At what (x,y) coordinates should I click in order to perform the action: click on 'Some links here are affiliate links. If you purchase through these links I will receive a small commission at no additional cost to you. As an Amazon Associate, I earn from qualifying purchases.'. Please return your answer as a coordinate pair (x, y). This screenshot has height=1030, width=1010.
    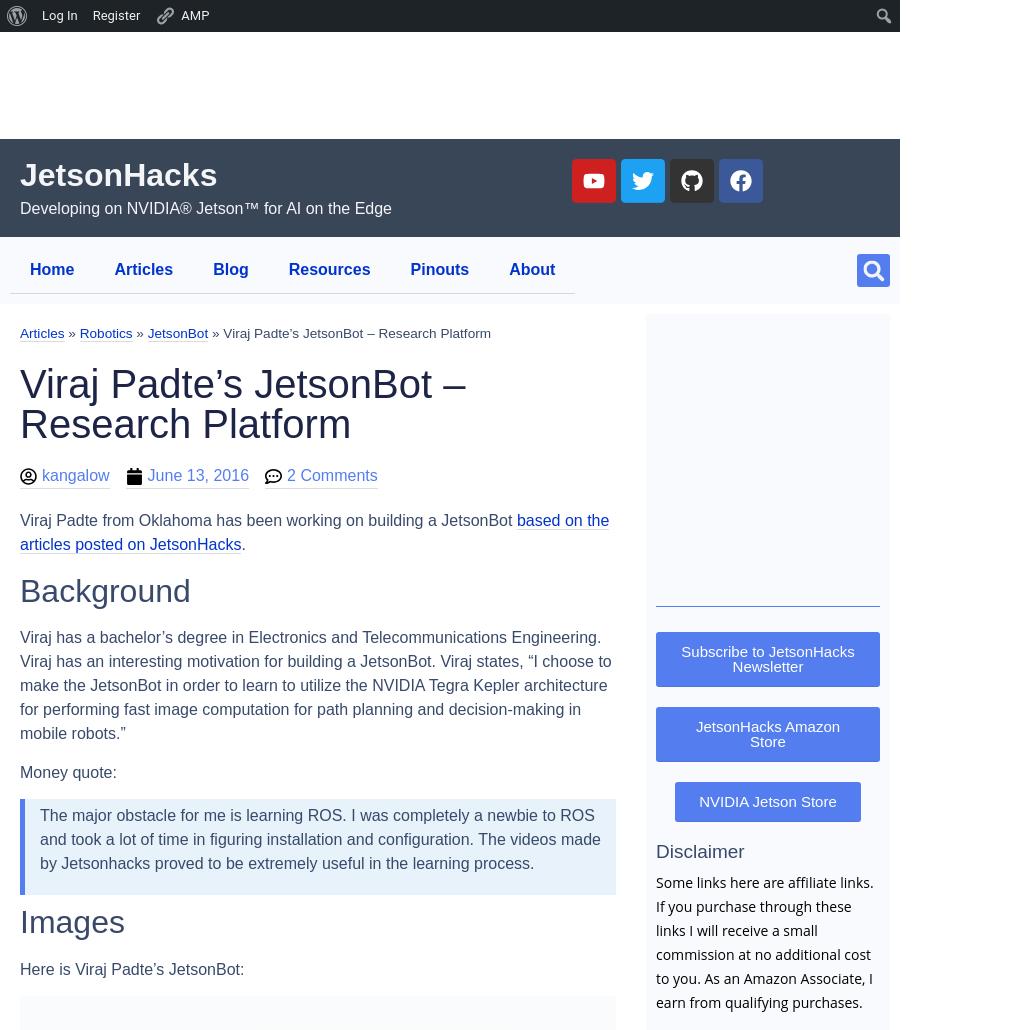
    Looking at the image, I should click on (764, 942).